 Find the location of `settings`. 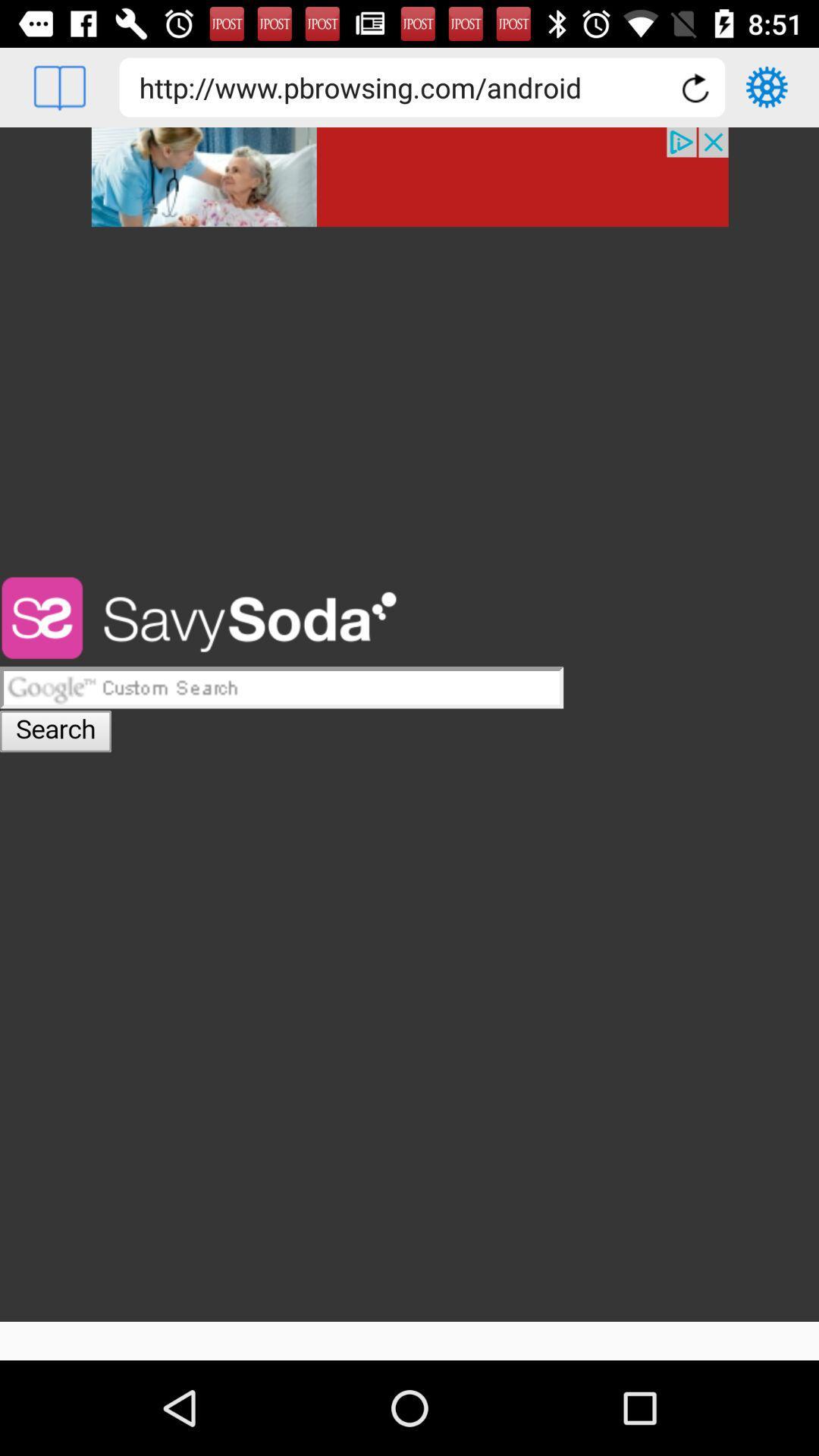

settings is located at coordinates (767, 86).